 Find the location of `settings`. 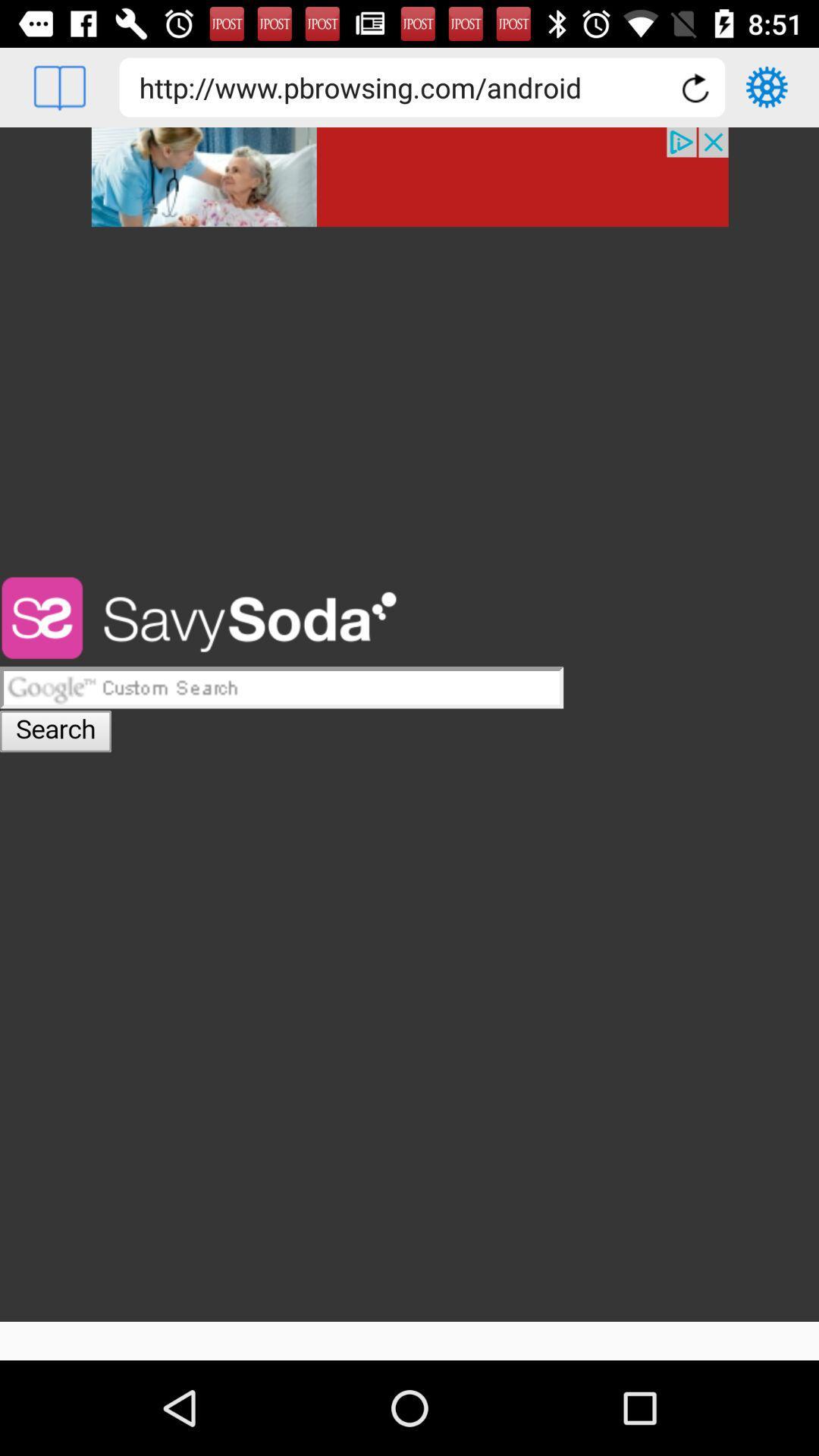

settings is located at coordinates (767, 86).